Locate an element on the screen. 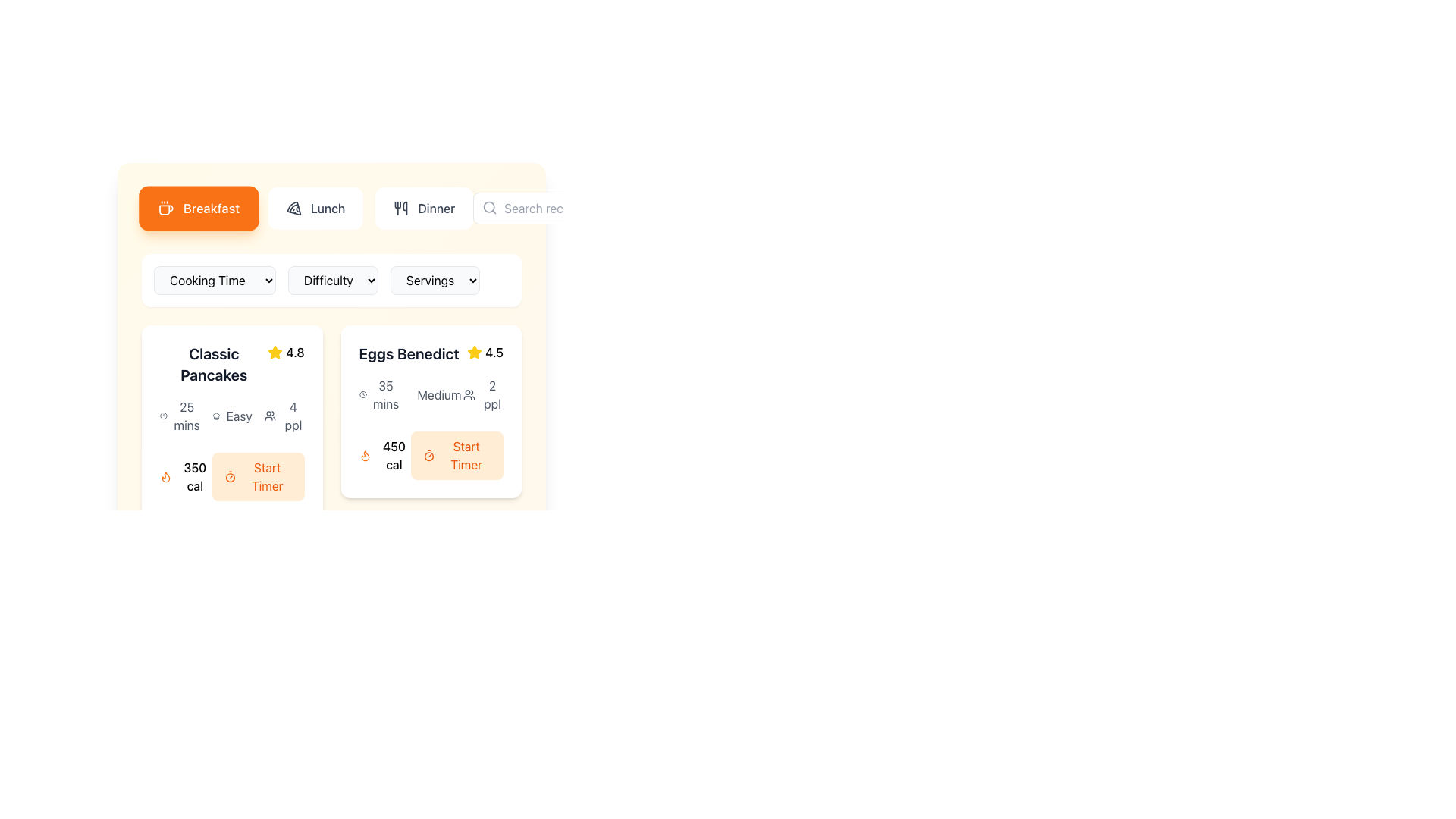 The width and height of the screenshot is (1456, 819). the text label with an icon that indicates the estimated serving size of the recipe, which serves 2 people, located in the bottom-right section of the Eggs Benedict card is located at coordinates (482, 394).